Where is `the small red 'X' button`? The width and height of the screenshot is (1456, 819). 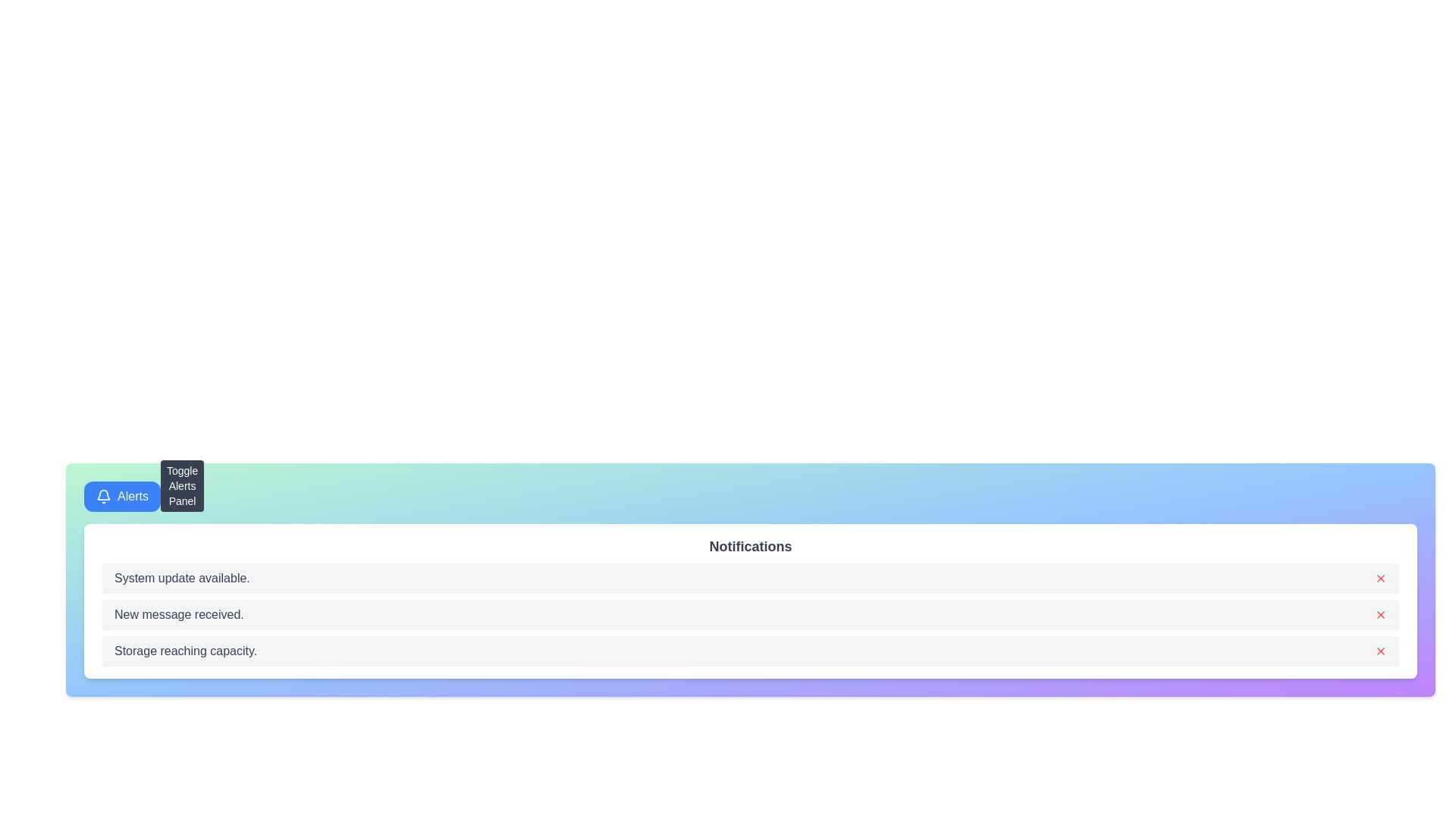 the small red 'X' button is located at coordinates (1380, 614).